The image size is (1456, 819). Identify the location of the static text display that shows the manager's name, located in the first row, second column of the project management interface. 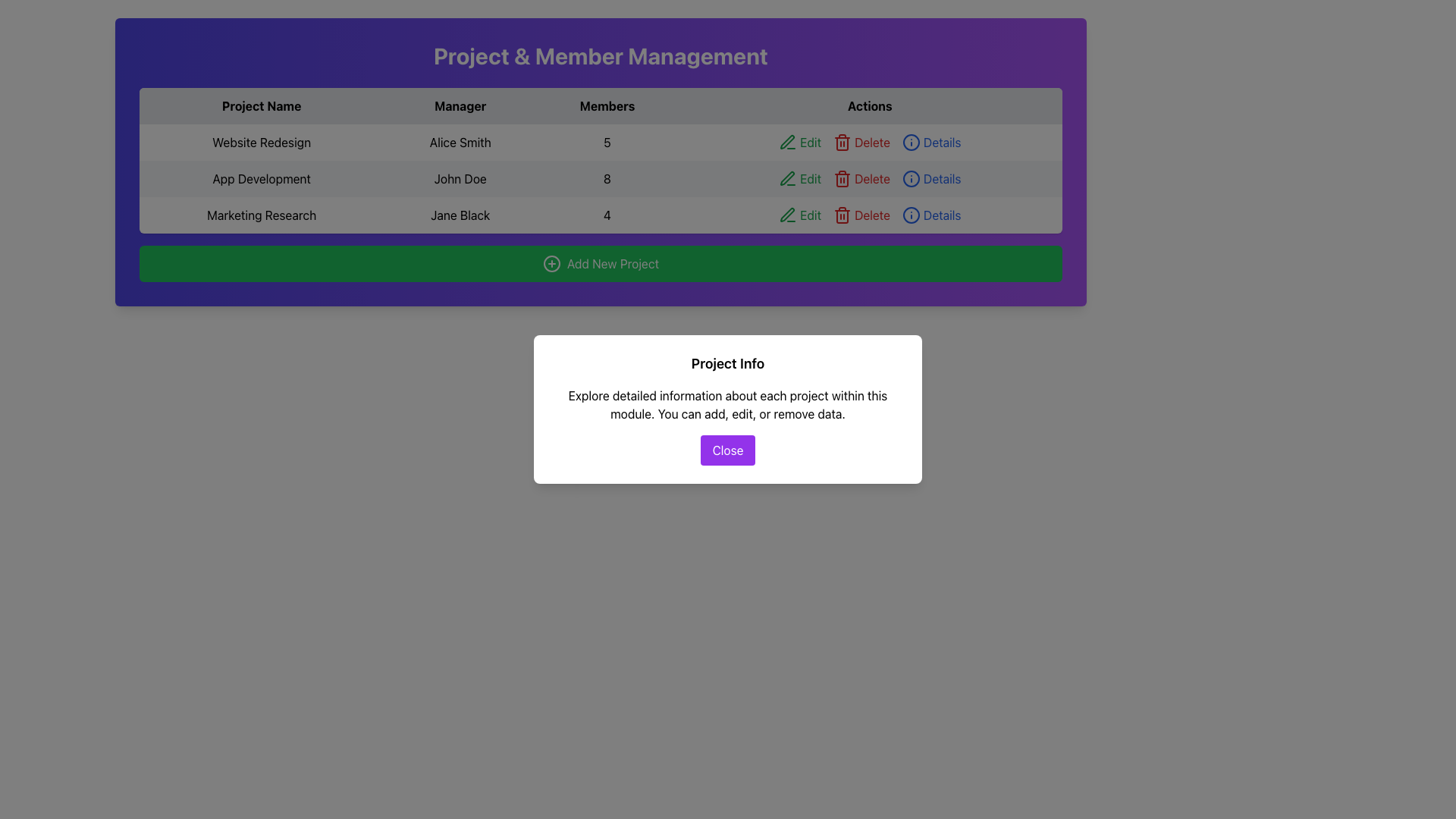
(460, 143).